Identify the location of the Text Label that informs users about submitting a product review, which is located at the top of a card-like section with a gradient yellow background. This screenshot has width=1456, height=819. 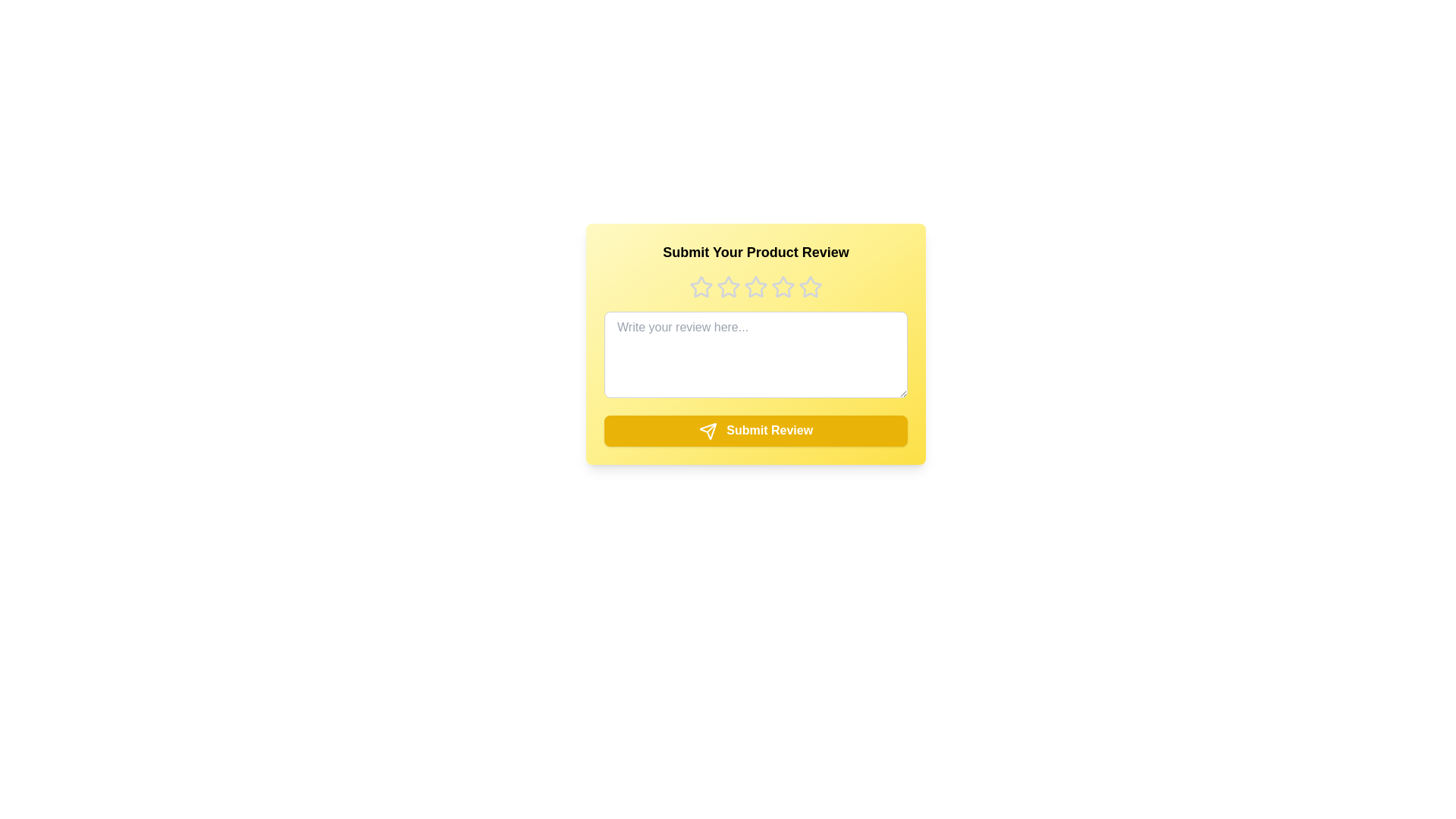
(756, 251).